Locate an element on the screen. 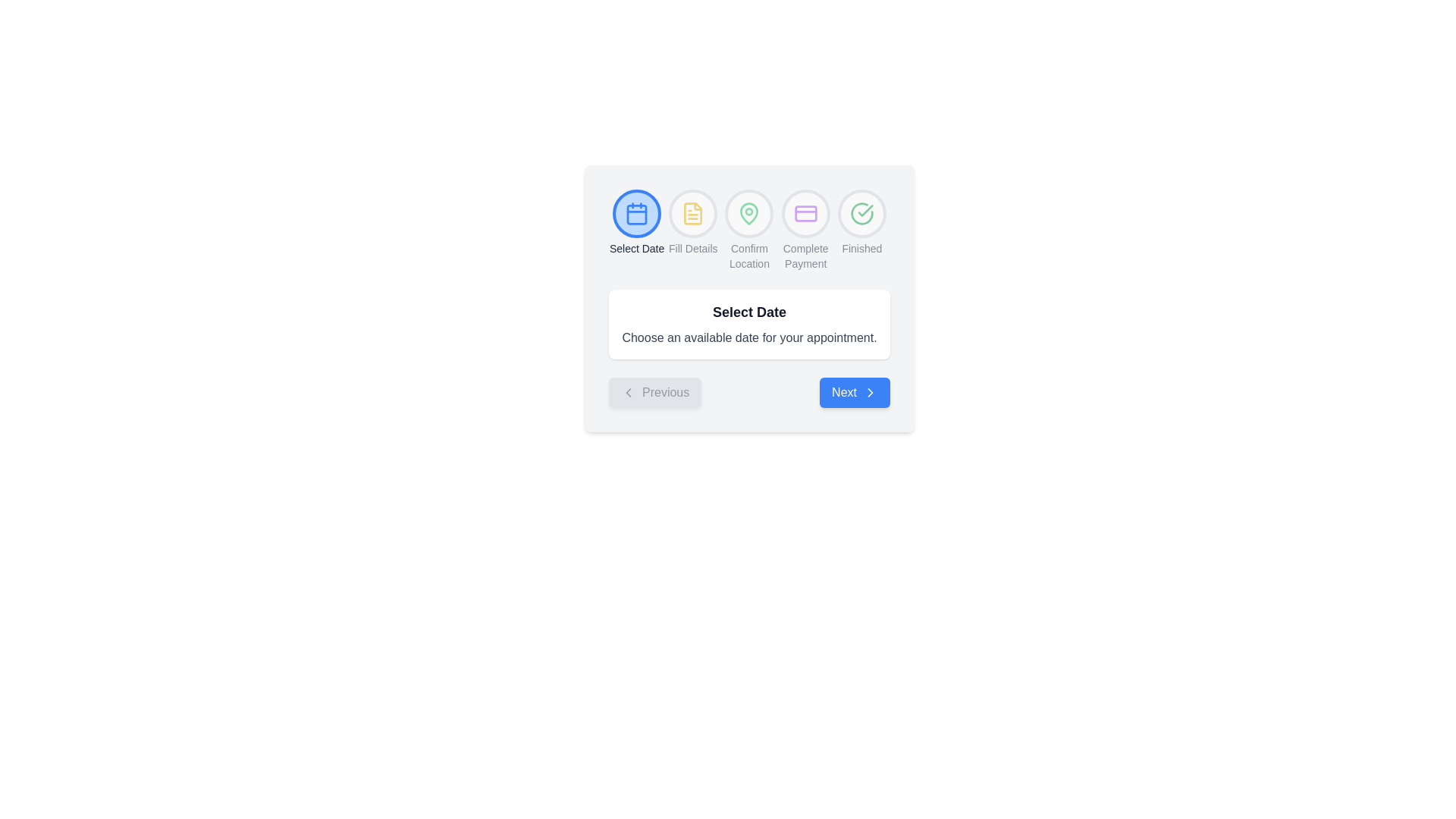 This screenshot has width=1456, height=819. the Step indicator with a calendar symbol labeled 'Select Date' is located at coordinates (637, 231).